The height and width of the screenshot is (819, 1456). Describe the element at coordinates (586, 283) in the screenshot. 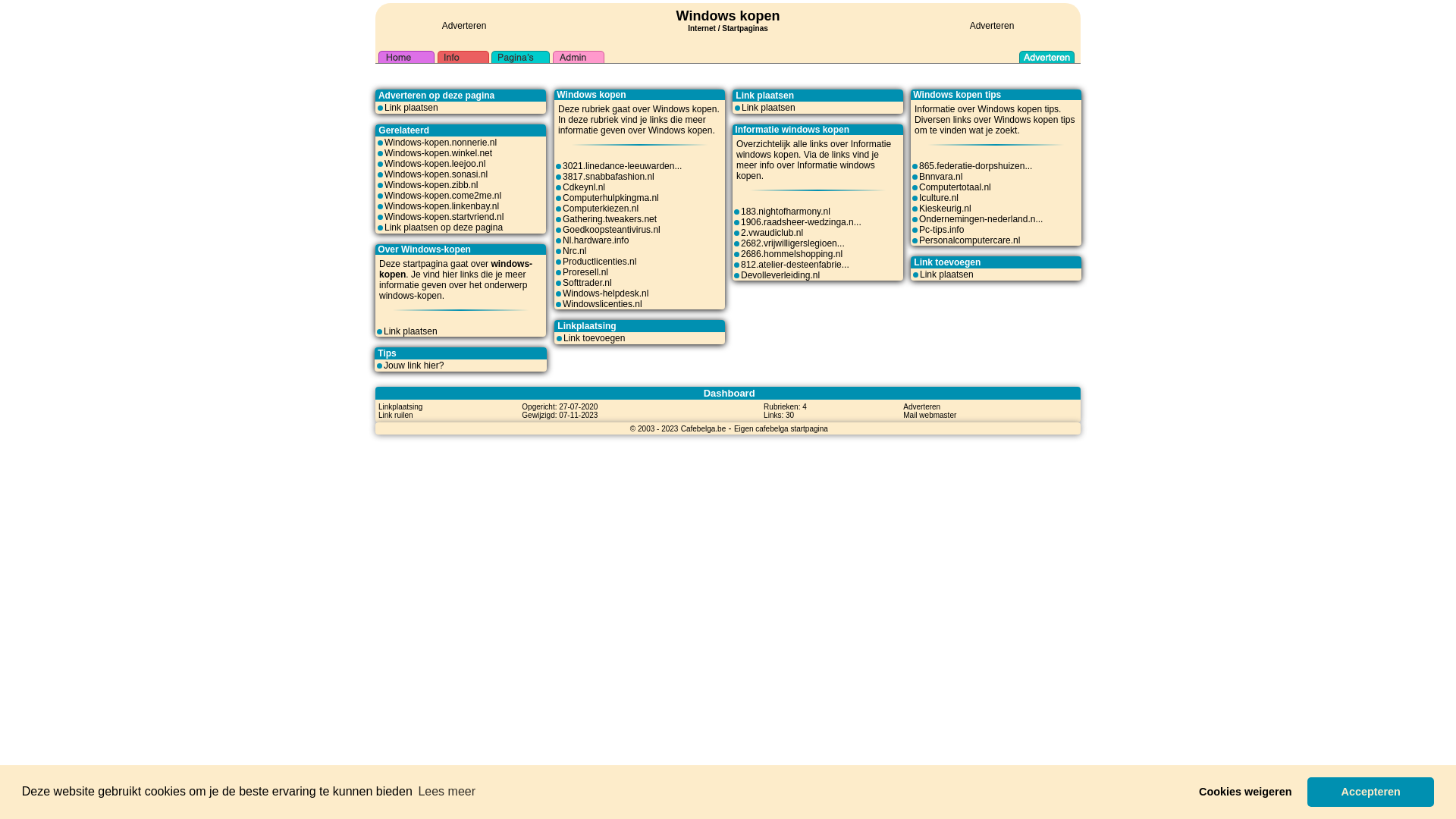

I see `'Softtrader.nl'` at that location.